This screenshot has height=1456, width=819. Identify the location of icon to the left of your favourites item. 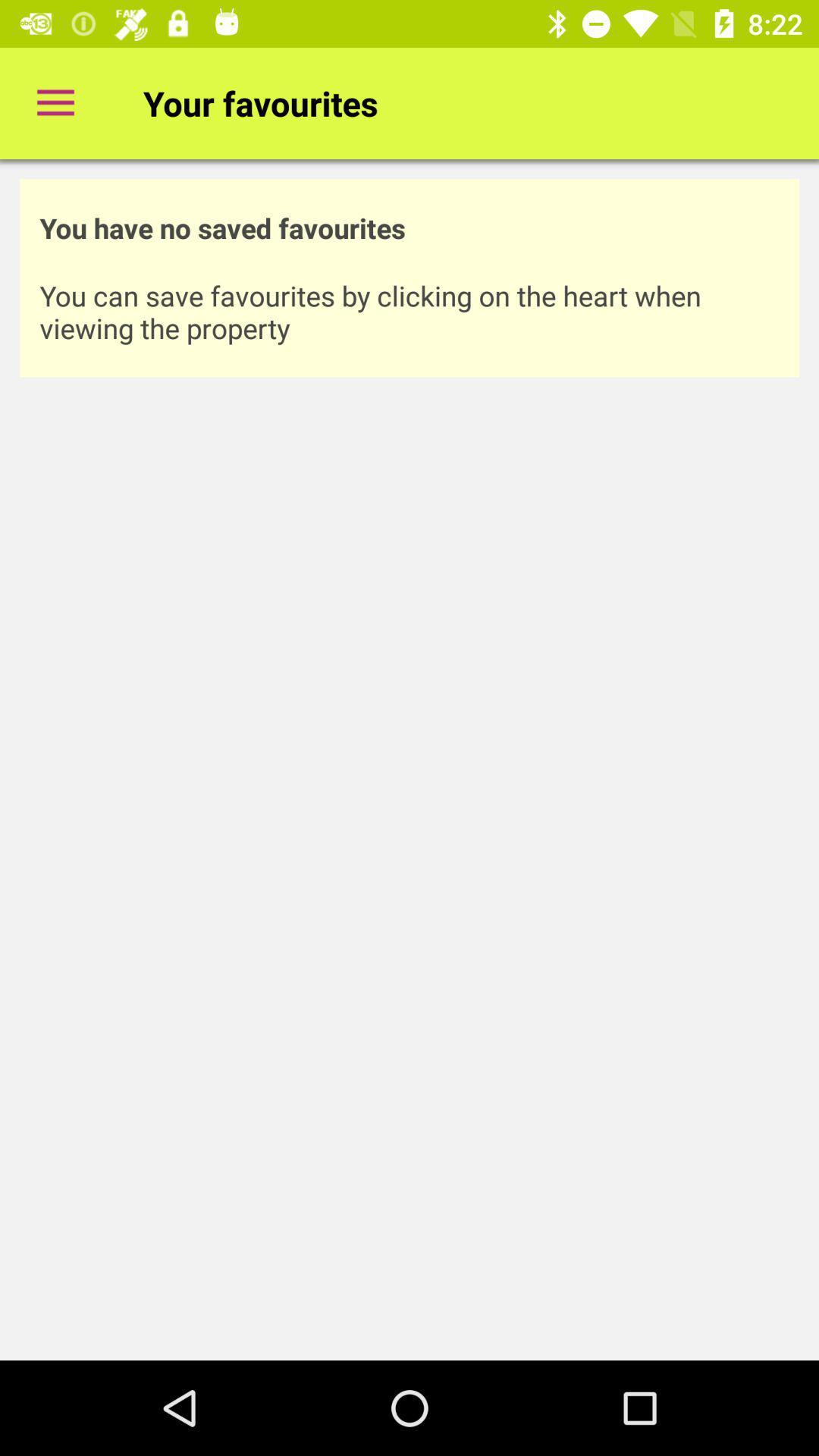
(55, 102).